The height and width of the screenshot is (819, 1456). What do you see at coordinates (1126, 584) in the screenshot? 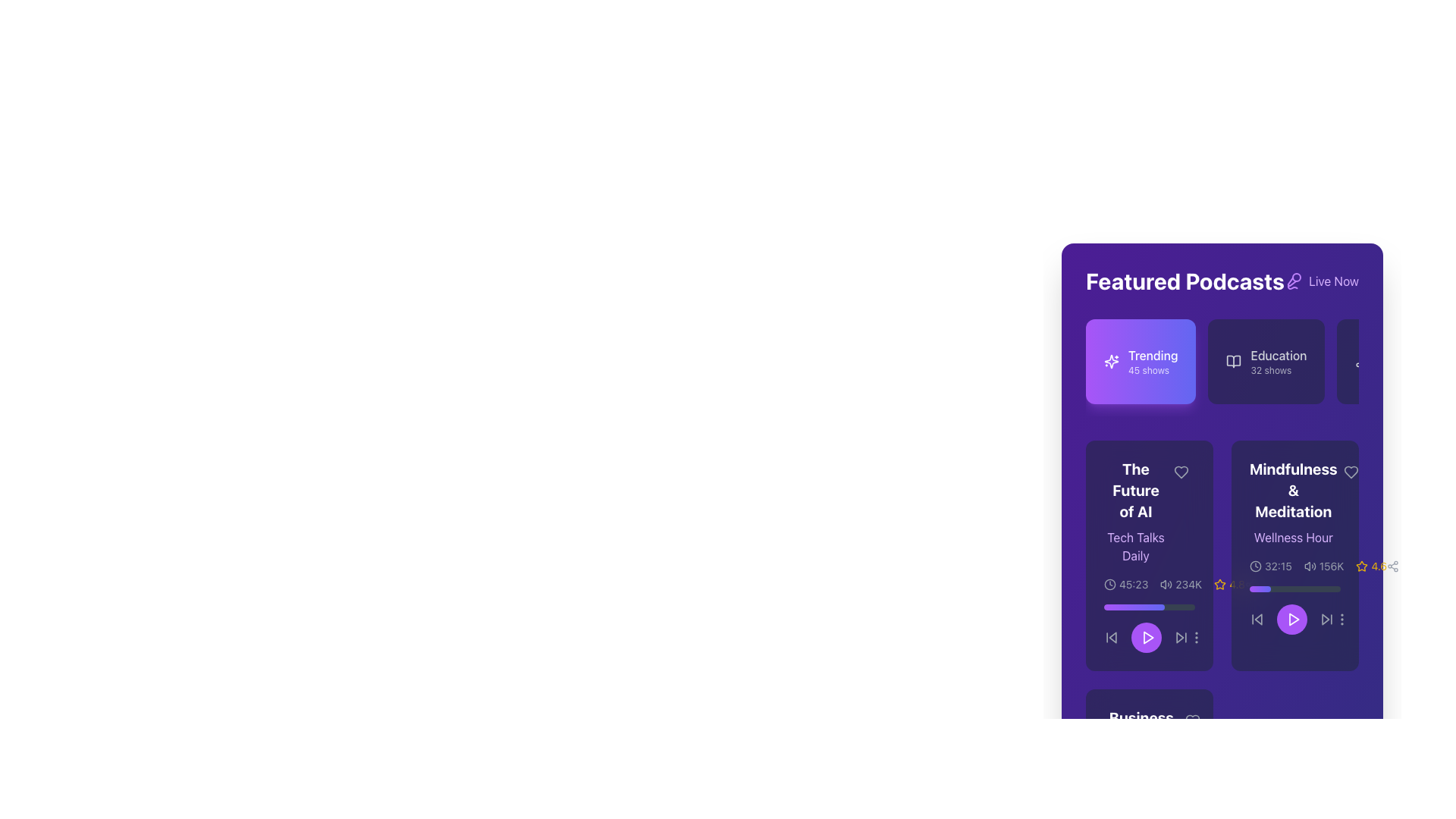
I see `displayed time of the podcast episode, which is shown in a Label next to a clock icon, located in the panel about 'The Future of AI' and positioned to the left of elements displaying '234K' and '4.8'` at bounding box center [1126, 584].